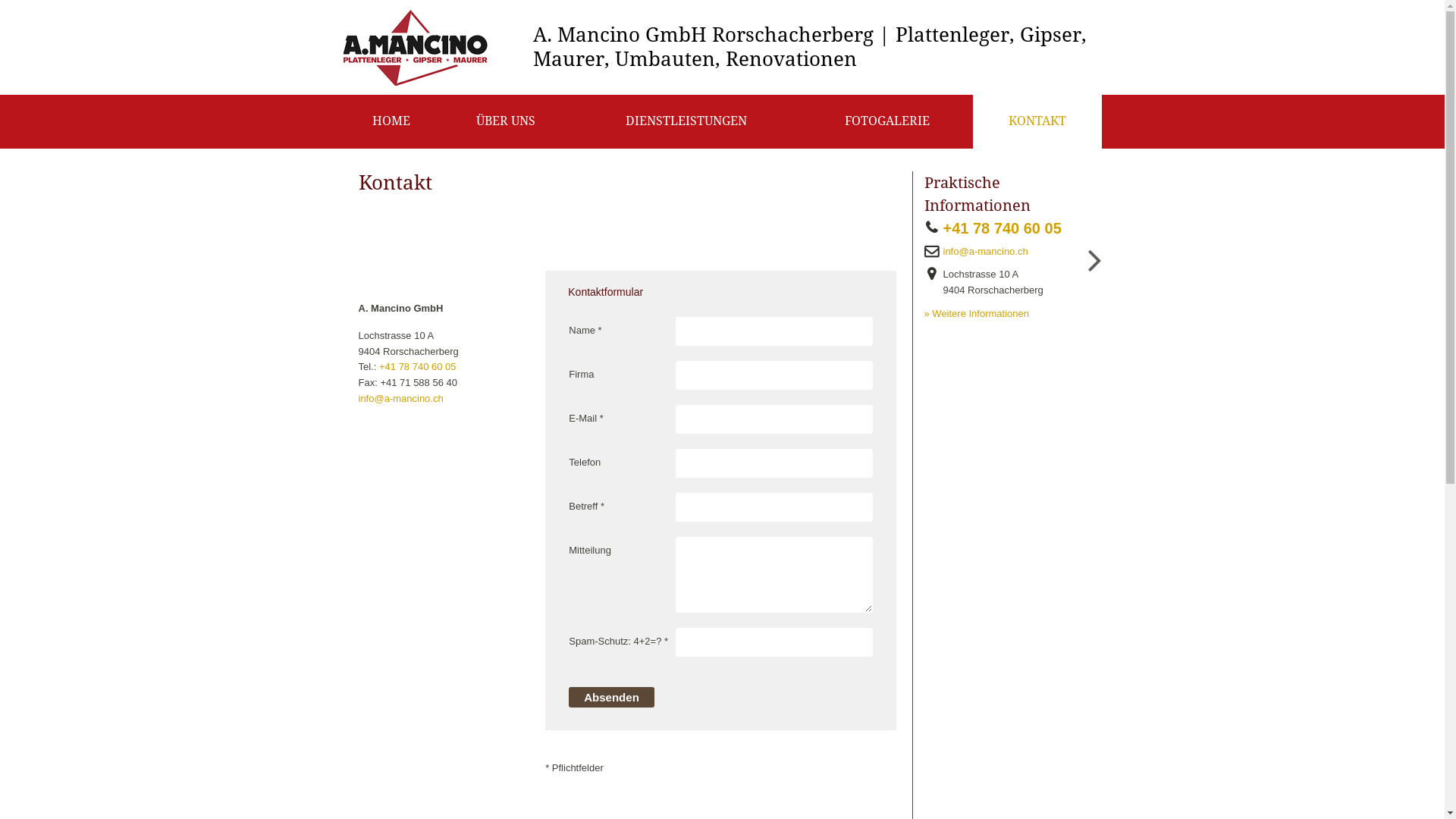 The width and height of the screenshot is (1456, 819). What do you see at coordinates (418, 366) in the screenshot?
I see `'+41 78 740 60 05'` at bounding box center [418, 366].